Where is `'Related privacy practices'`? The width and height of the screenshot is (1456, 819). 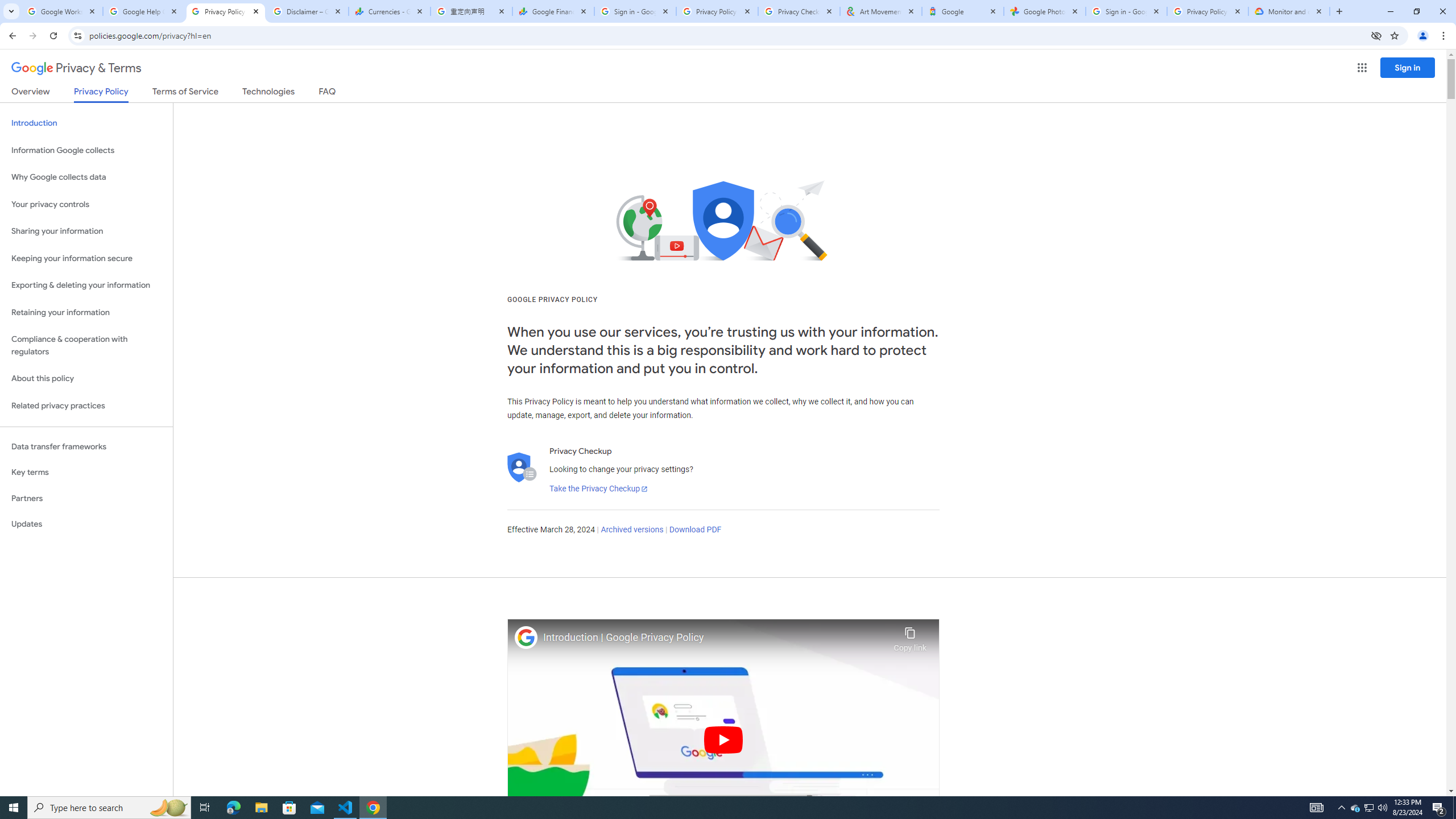
'Related privacy practices' is located at coordinates (86, 405).